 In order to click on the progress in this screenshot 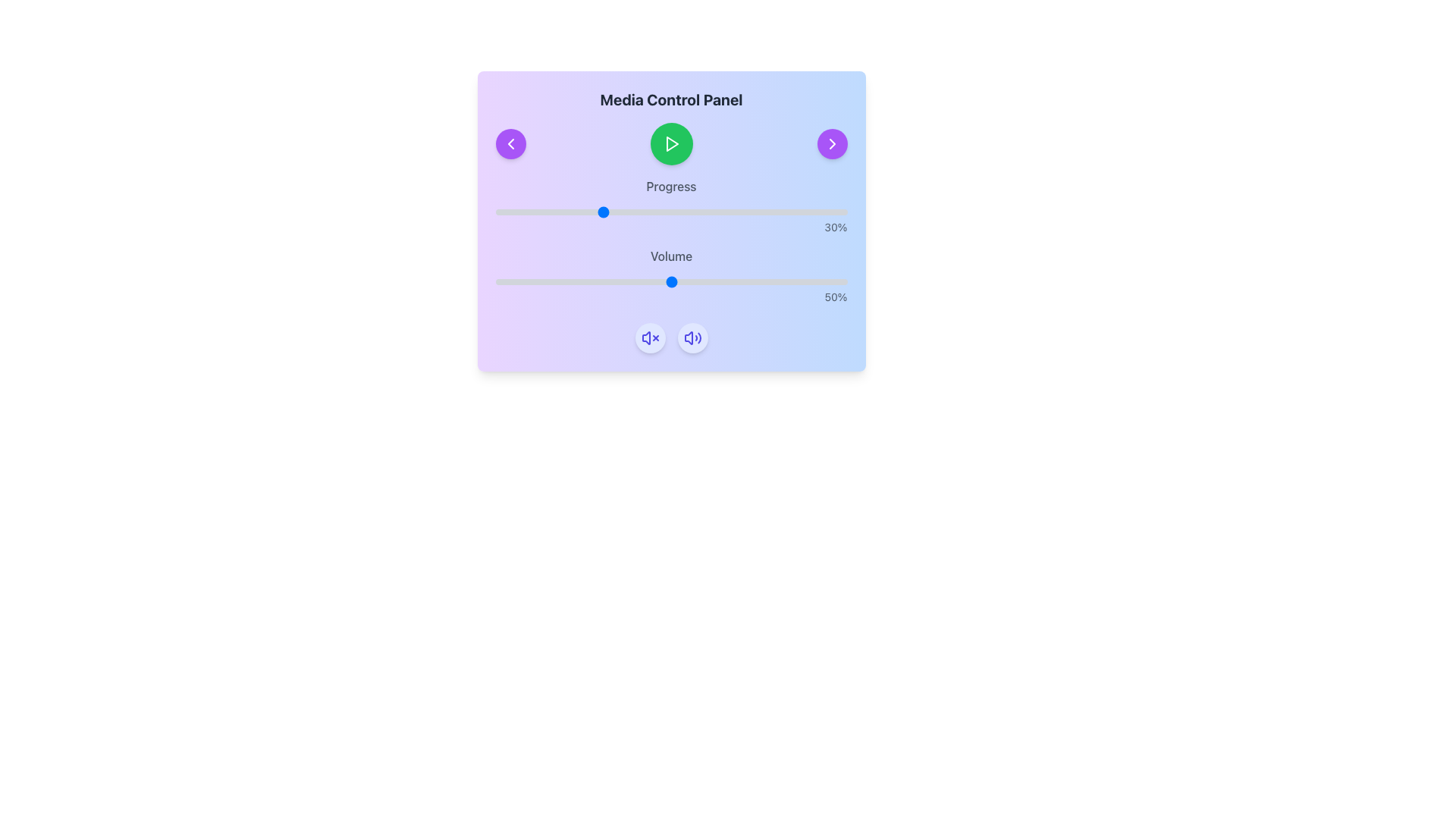, I will do `click(607, 212)`.